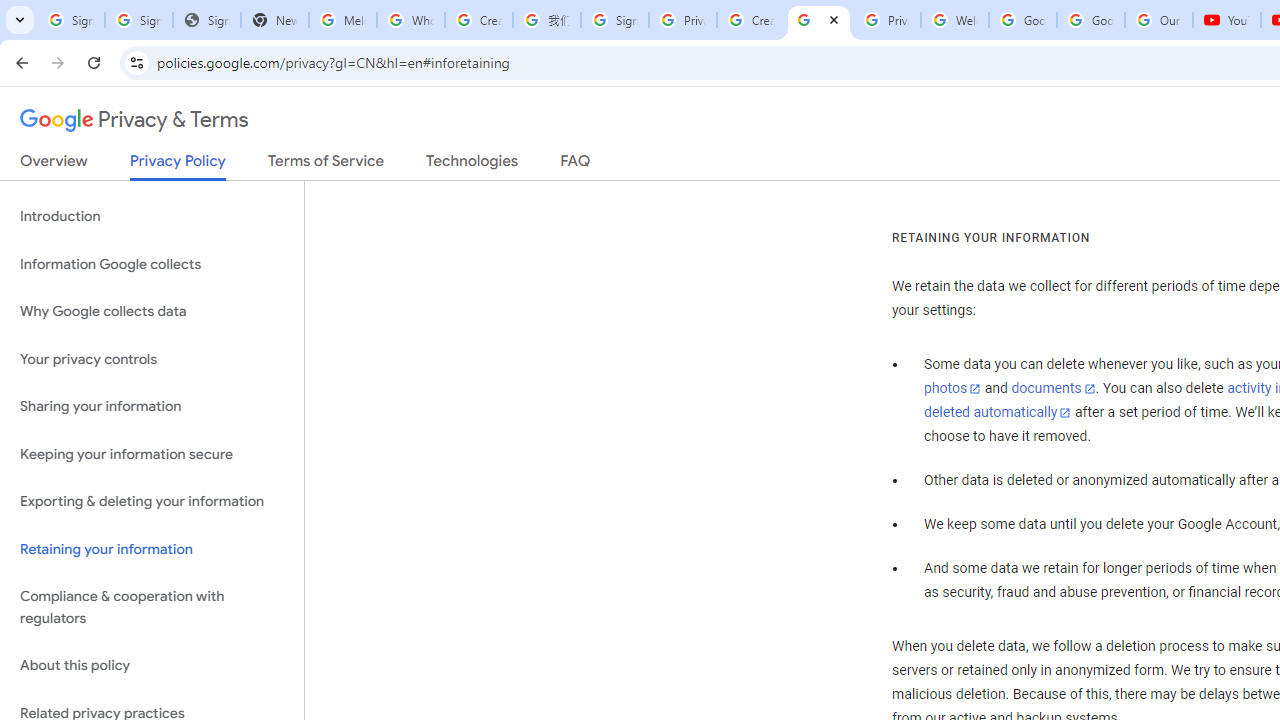  What do you see at coordinates (575, 164) in the screenshot?
I see `'FAQ'` at bounding box center [575, 164].